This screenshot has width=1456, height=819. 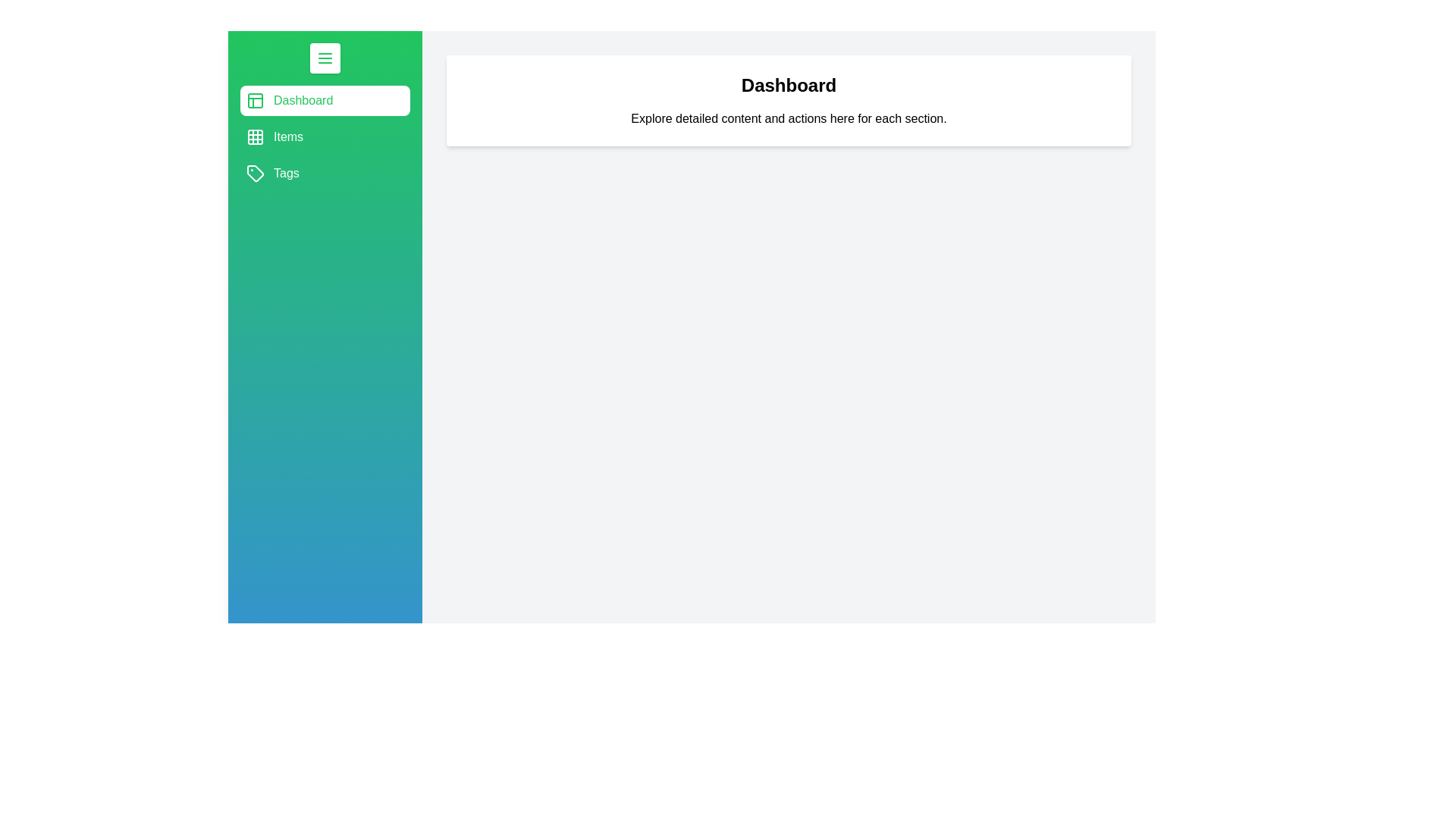 What do you see at coordinates (324, 172) in the screenshot?
I see `the section Tags to select it` at bounding box center [324, 172].